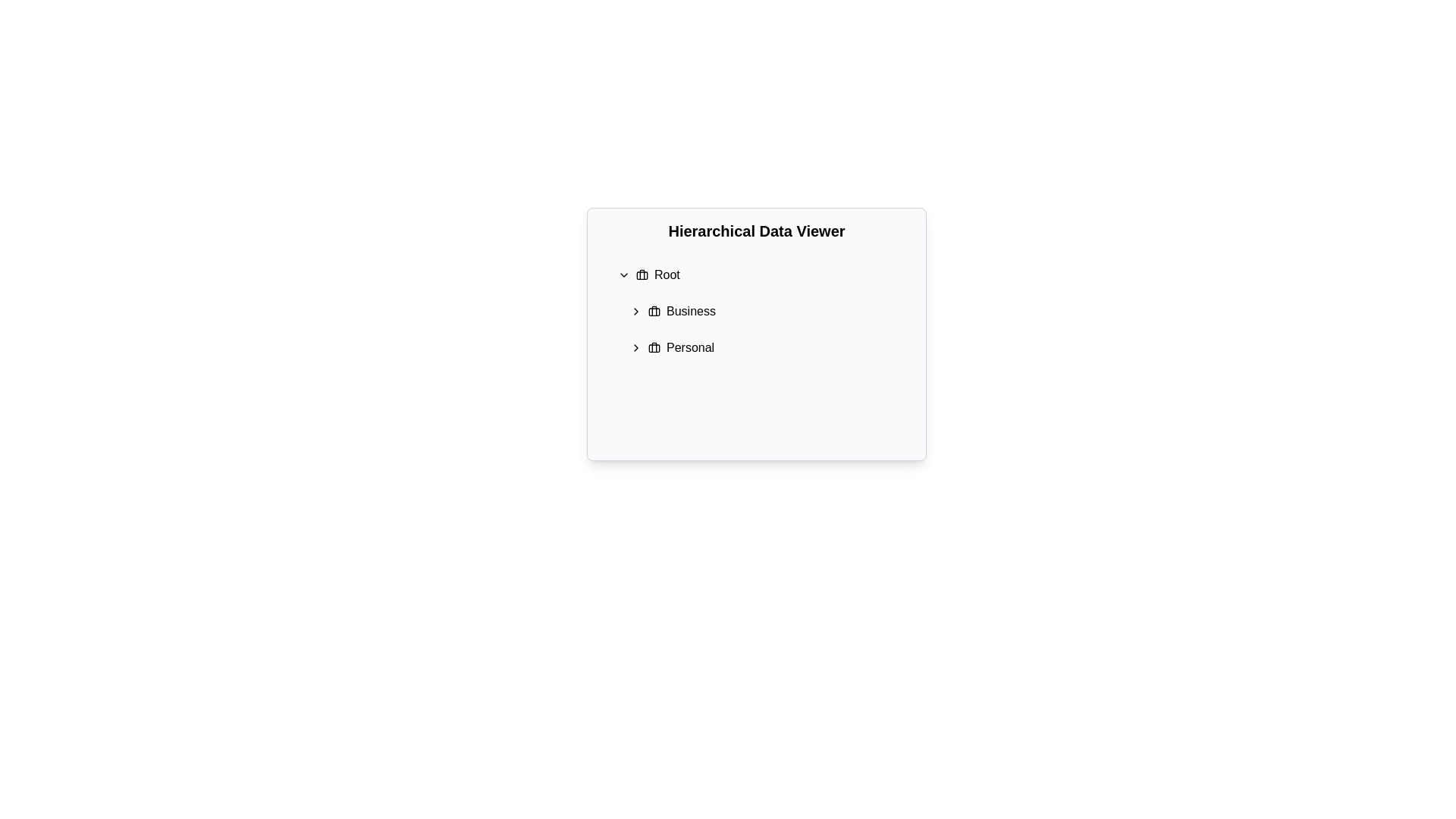 This screenshot has height=819, width=1456. I want to click on the text label that serves as the title for the content, positioned centrally at the top edge of the white card containing the hierarchical list, so click(757, 231).